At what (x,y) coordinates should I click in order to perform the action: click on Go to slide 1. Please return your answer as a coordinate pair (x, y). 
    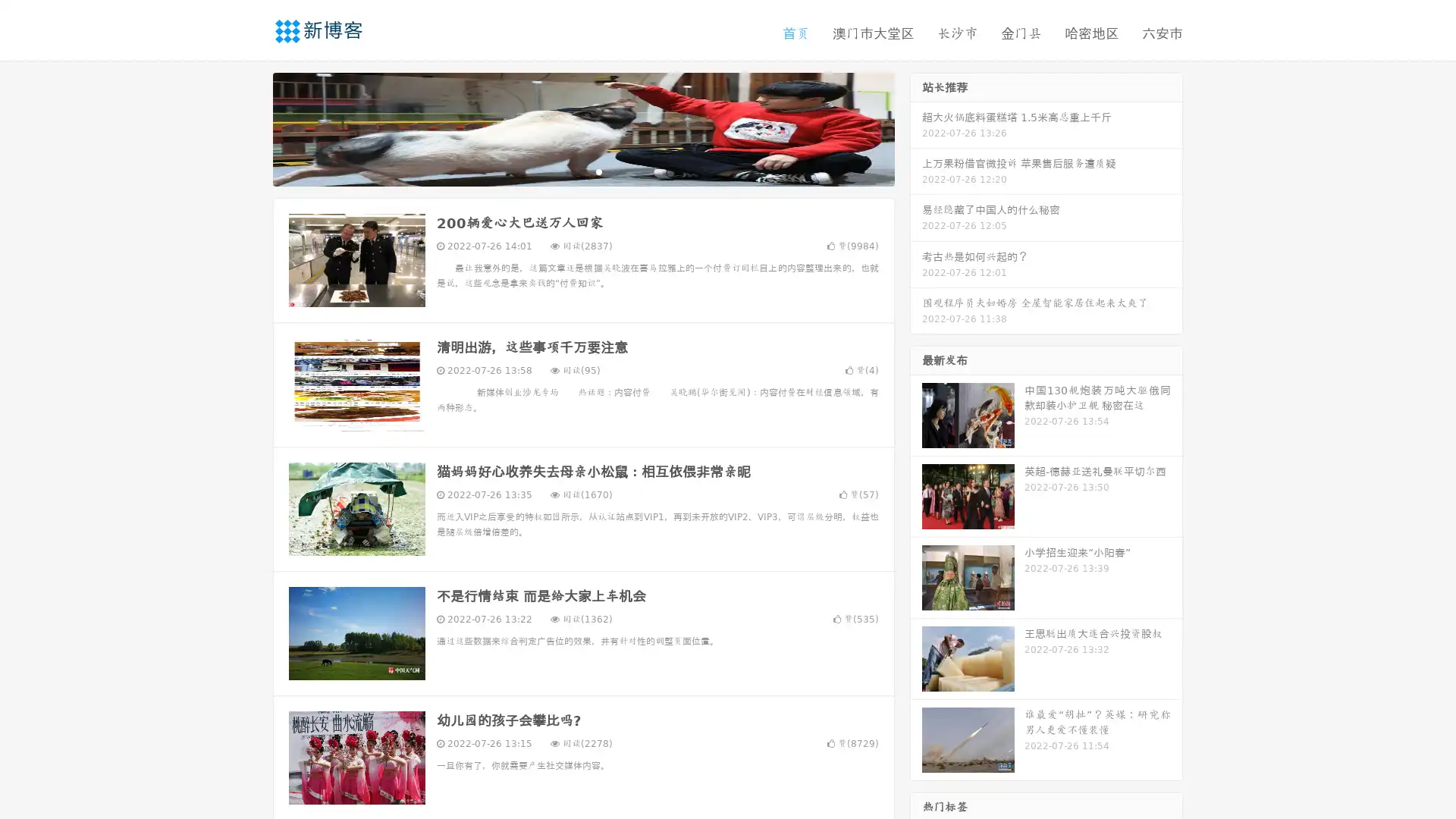
    Looking at the image, I should click on (567, 171).